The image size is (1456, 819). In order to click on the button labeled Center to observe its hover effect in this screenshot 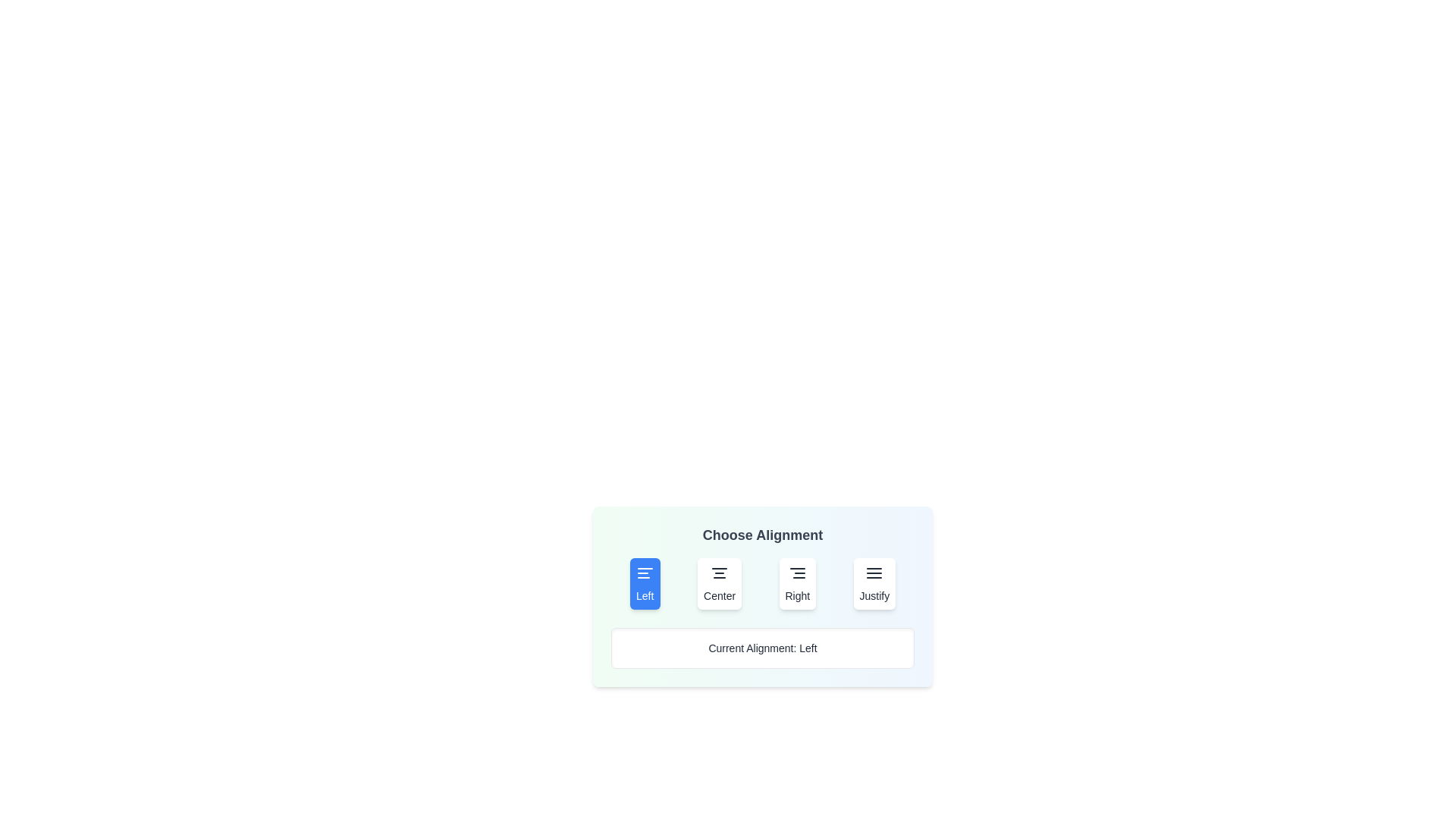, I will do `click(719, 583)`.